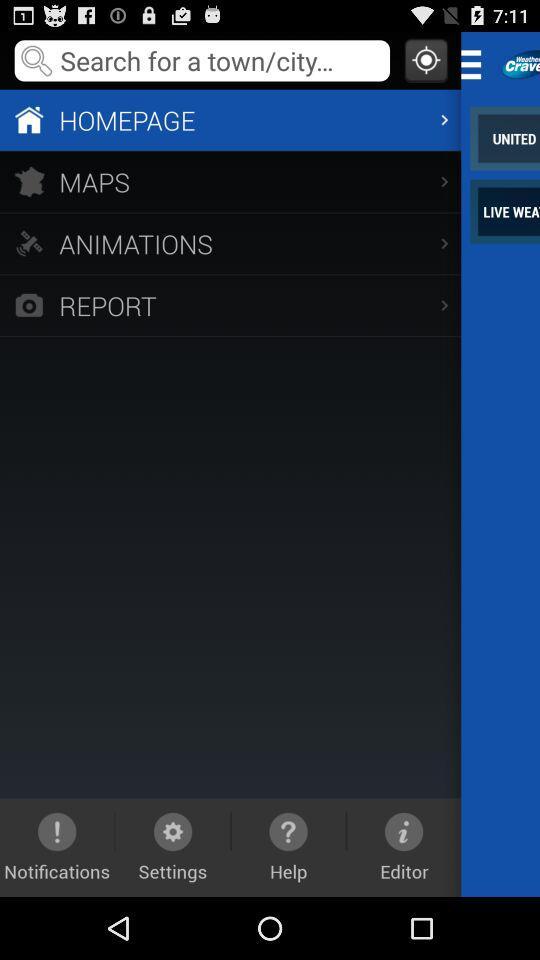 The height and width of the screenshot is (960, 540). What do you see at coordinates (425, 64) in the screenshot?
I see `the location_crosshair icon` at bounding box center [425, 64].